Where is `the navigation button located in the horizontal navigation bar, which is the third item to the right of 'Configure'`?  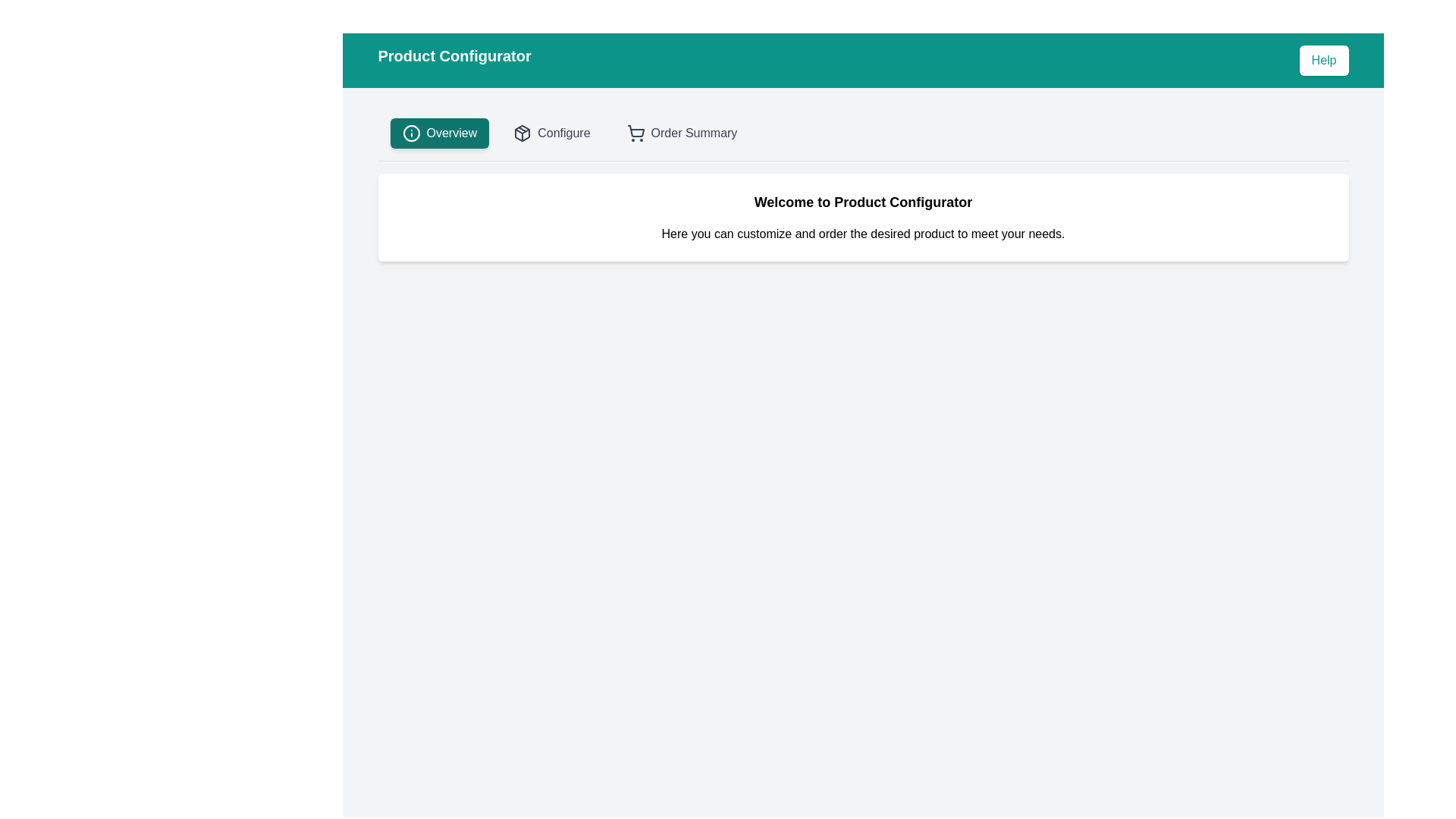 the navigation button located in the horizontal navigation bar, which is the third item to the right of 'Configure' is located at coordinates (681, 133).